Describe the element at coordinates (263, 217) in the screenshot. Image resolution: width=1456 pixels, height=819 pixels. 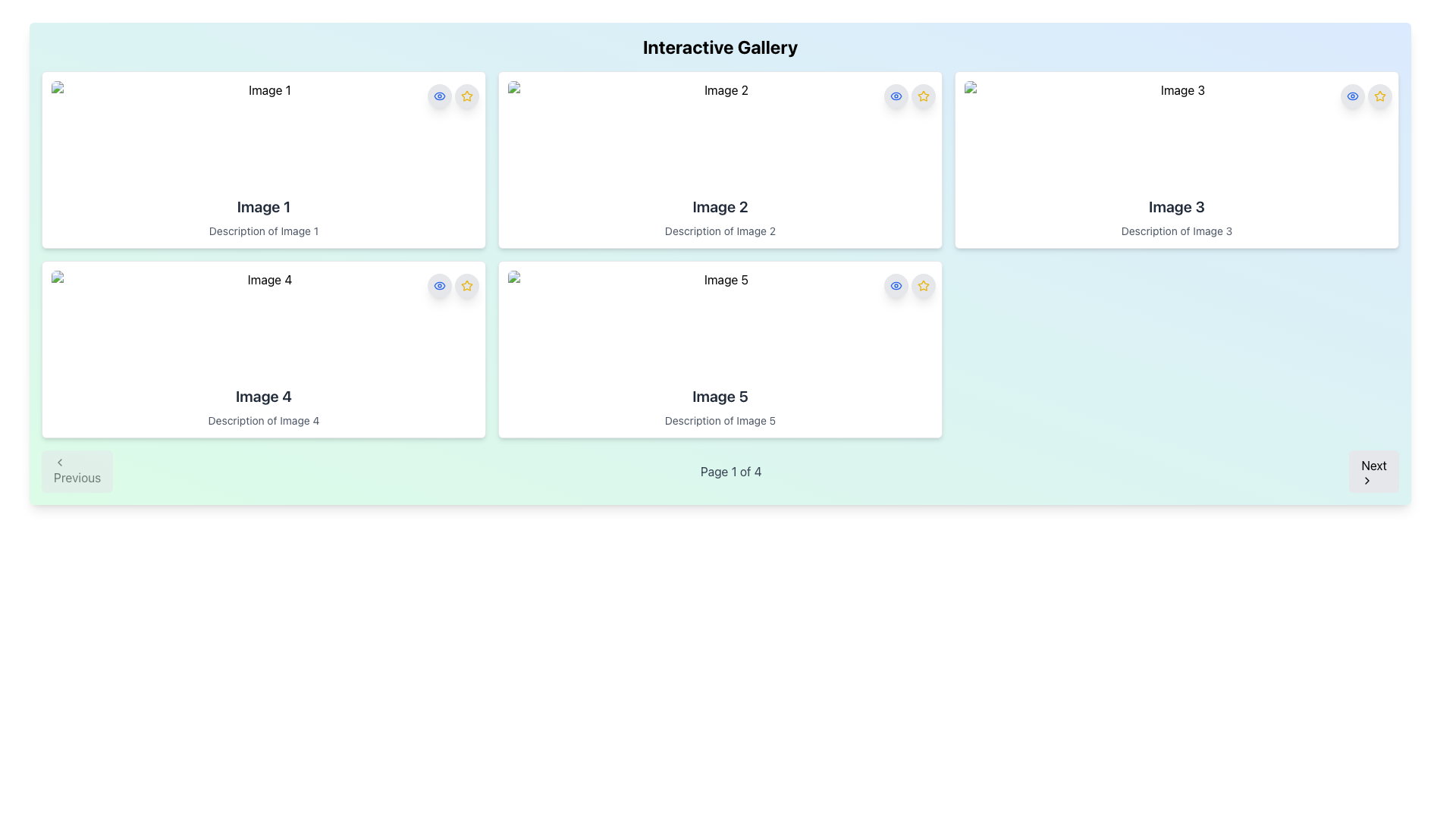
I see `title and description text content located in the central area of the first card in the top left row of the gallery` at that location.